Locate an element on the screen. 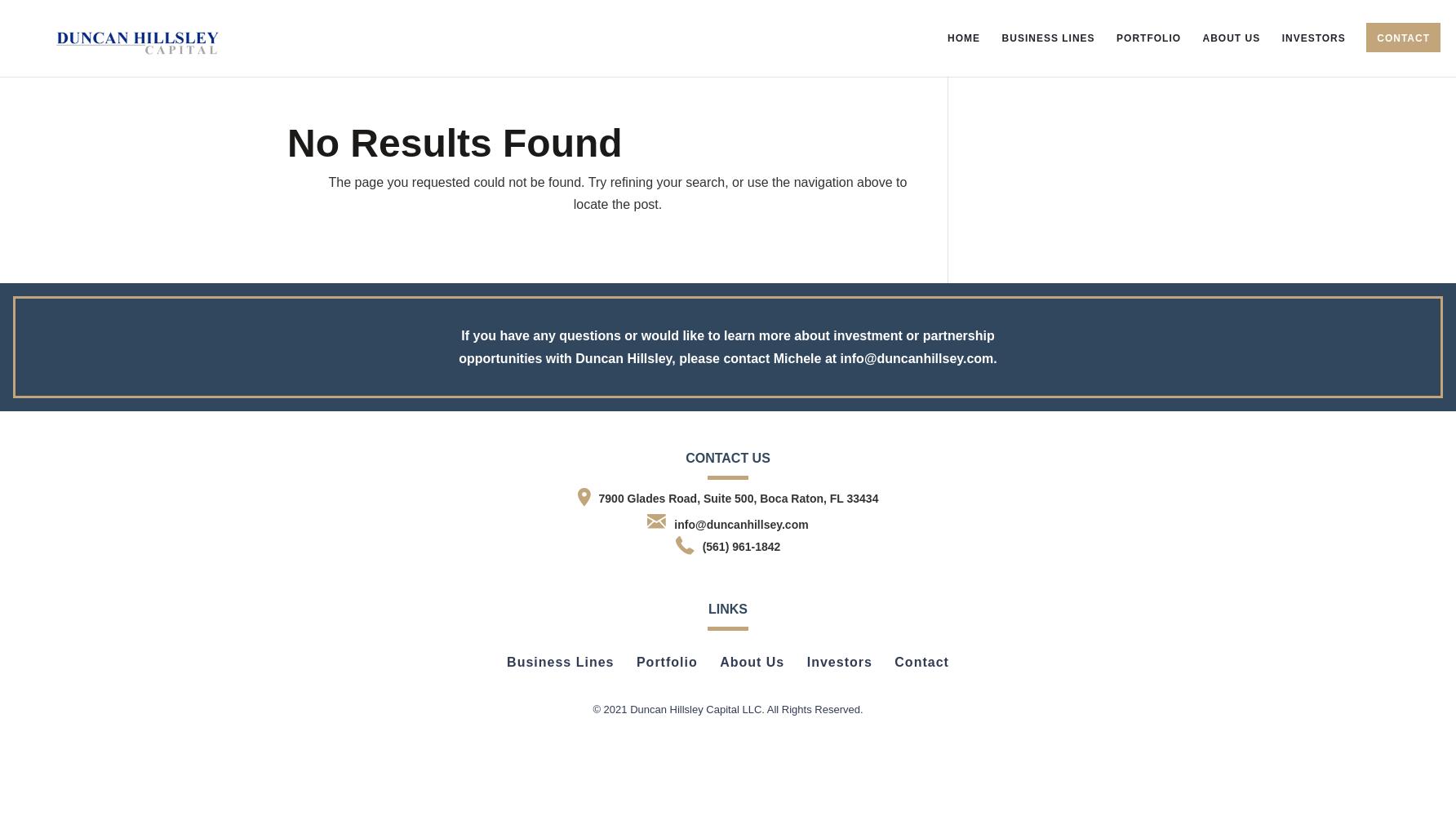 Image resolution: width=1456 pixels, height=816 pixels. 'The page you requested could not be found. Try refining your search, or use the navigation above to locate the post.' is located at coordinates (617, 193).